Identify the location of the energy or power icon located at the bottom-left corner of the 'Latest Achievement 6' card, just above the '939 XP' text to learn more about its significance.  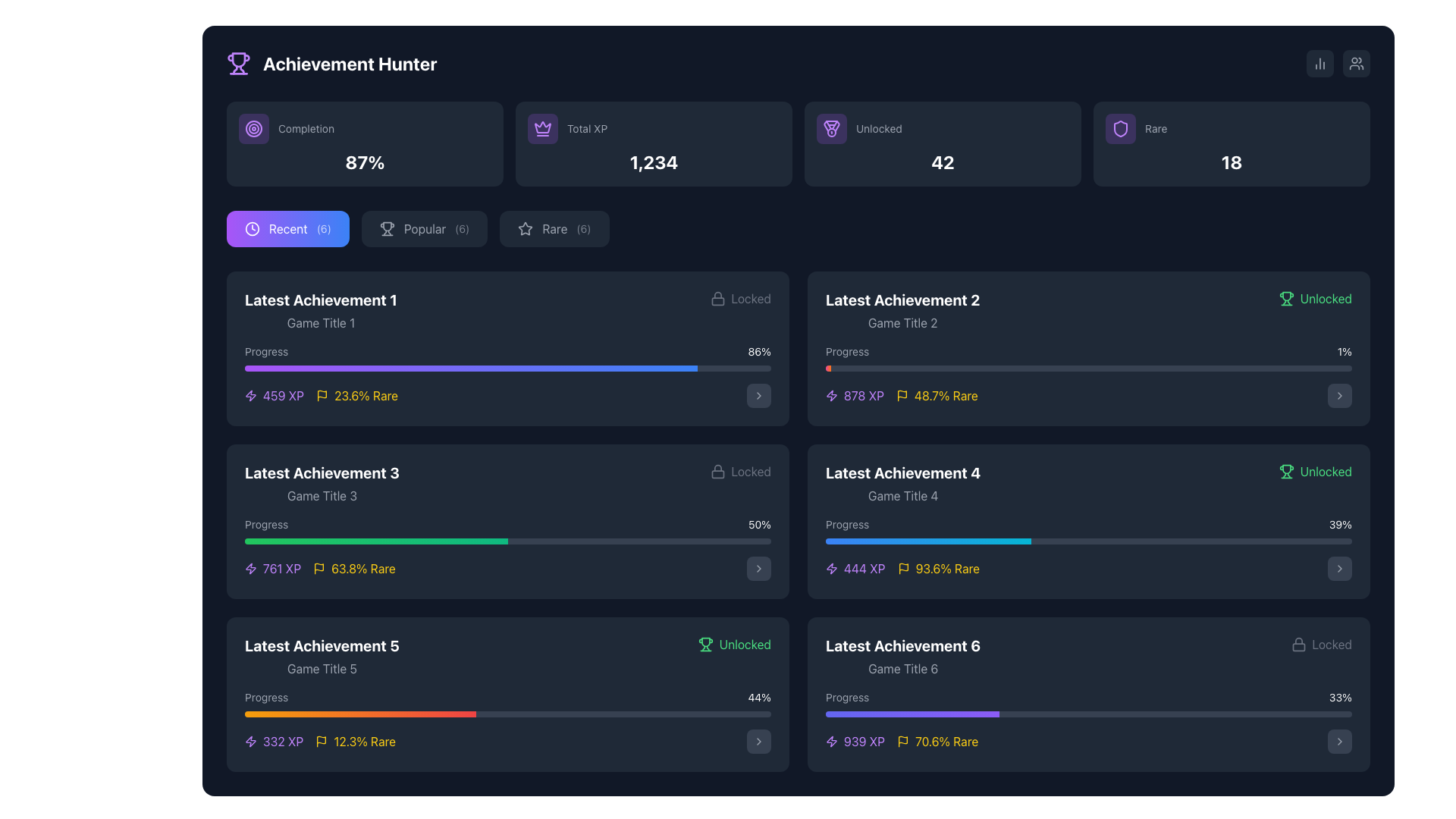
(831, 741).